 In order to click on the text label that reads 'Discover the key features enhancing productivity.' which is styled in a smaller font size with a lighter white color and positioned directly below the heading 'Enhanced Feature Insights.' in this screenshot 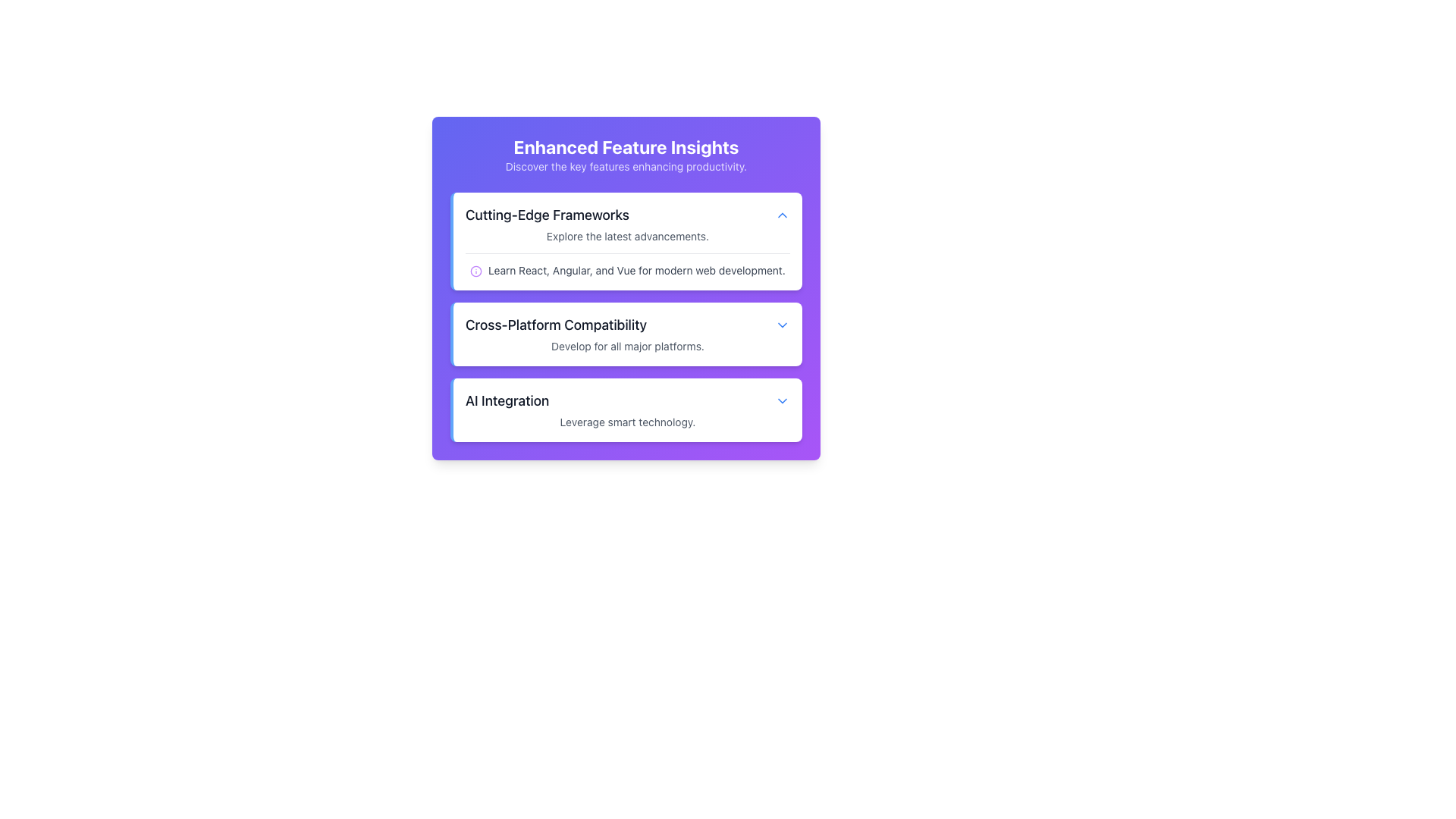, I will do `click(626, 166)`.